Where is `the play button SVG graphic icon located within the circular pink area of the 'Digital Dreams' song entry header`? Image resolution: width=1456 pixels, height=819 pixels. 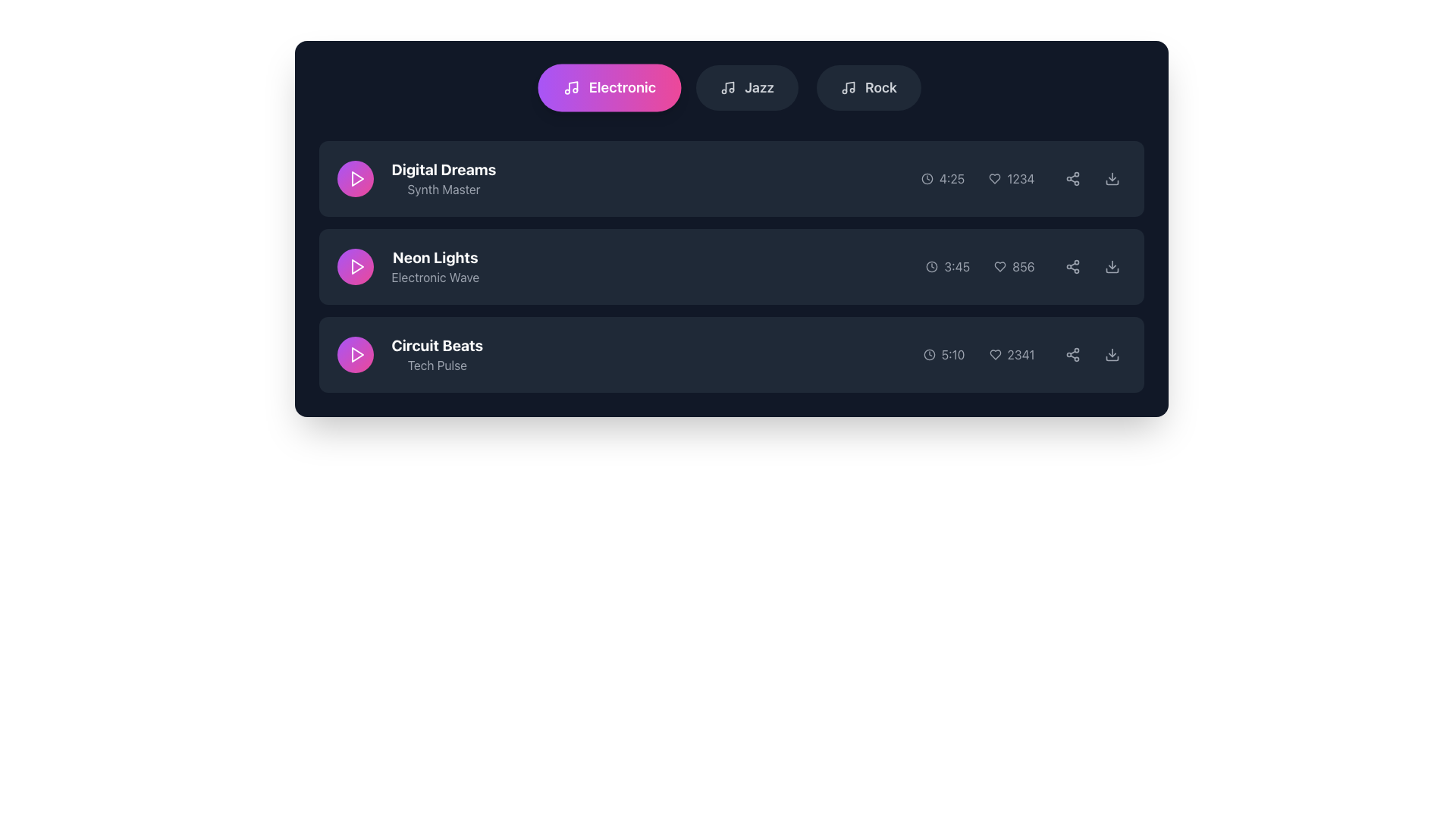 the play button SVG graphic icon located within the circular pink area of the 'Digital Dreams' song entry header is located at coordinates (356, 177).